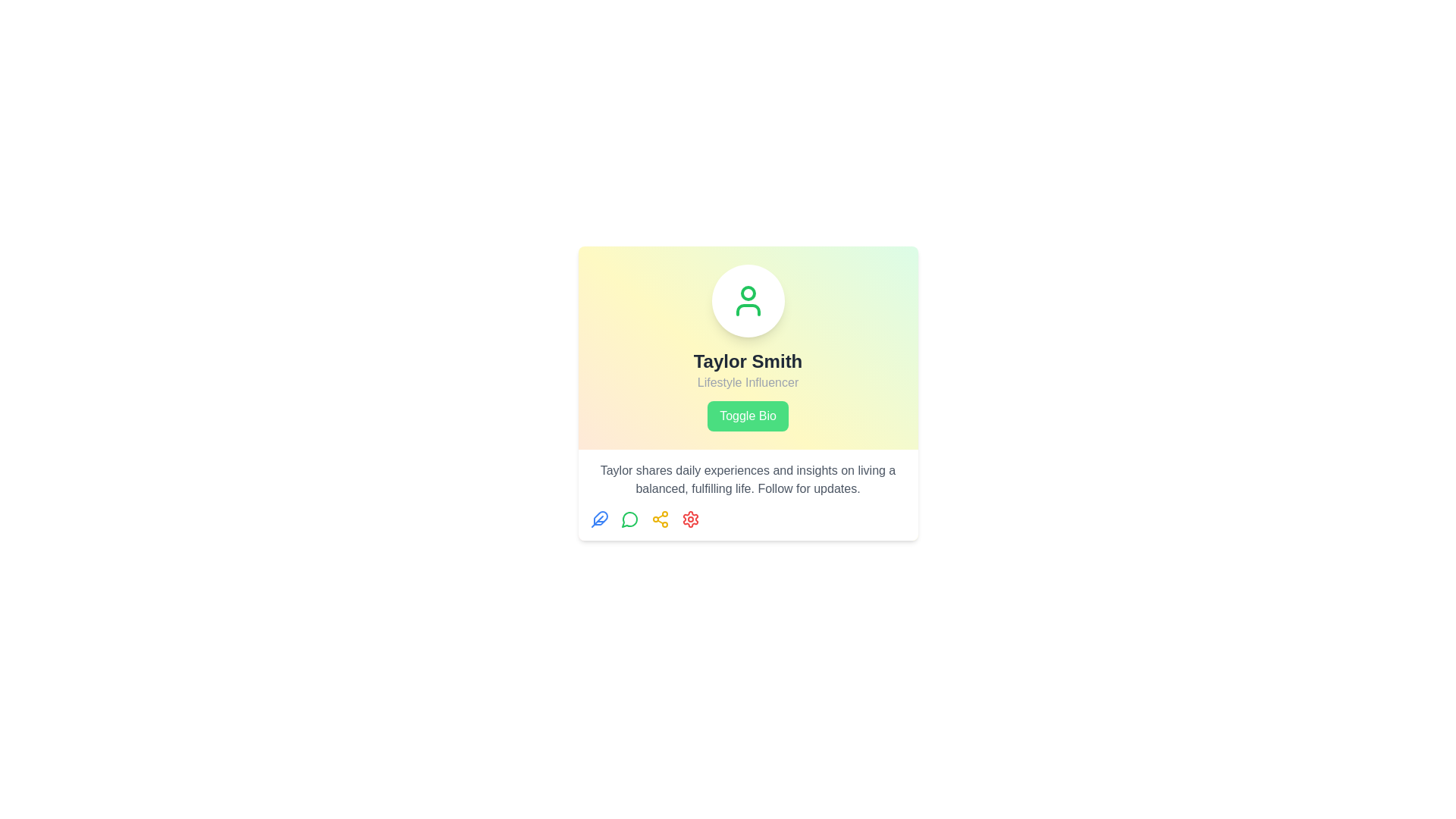  Describe the element at coordinates (600, 517) in the screenshot. I see `the feather icon with a blue outline located in the bottom-left corner of the user card` at that location.